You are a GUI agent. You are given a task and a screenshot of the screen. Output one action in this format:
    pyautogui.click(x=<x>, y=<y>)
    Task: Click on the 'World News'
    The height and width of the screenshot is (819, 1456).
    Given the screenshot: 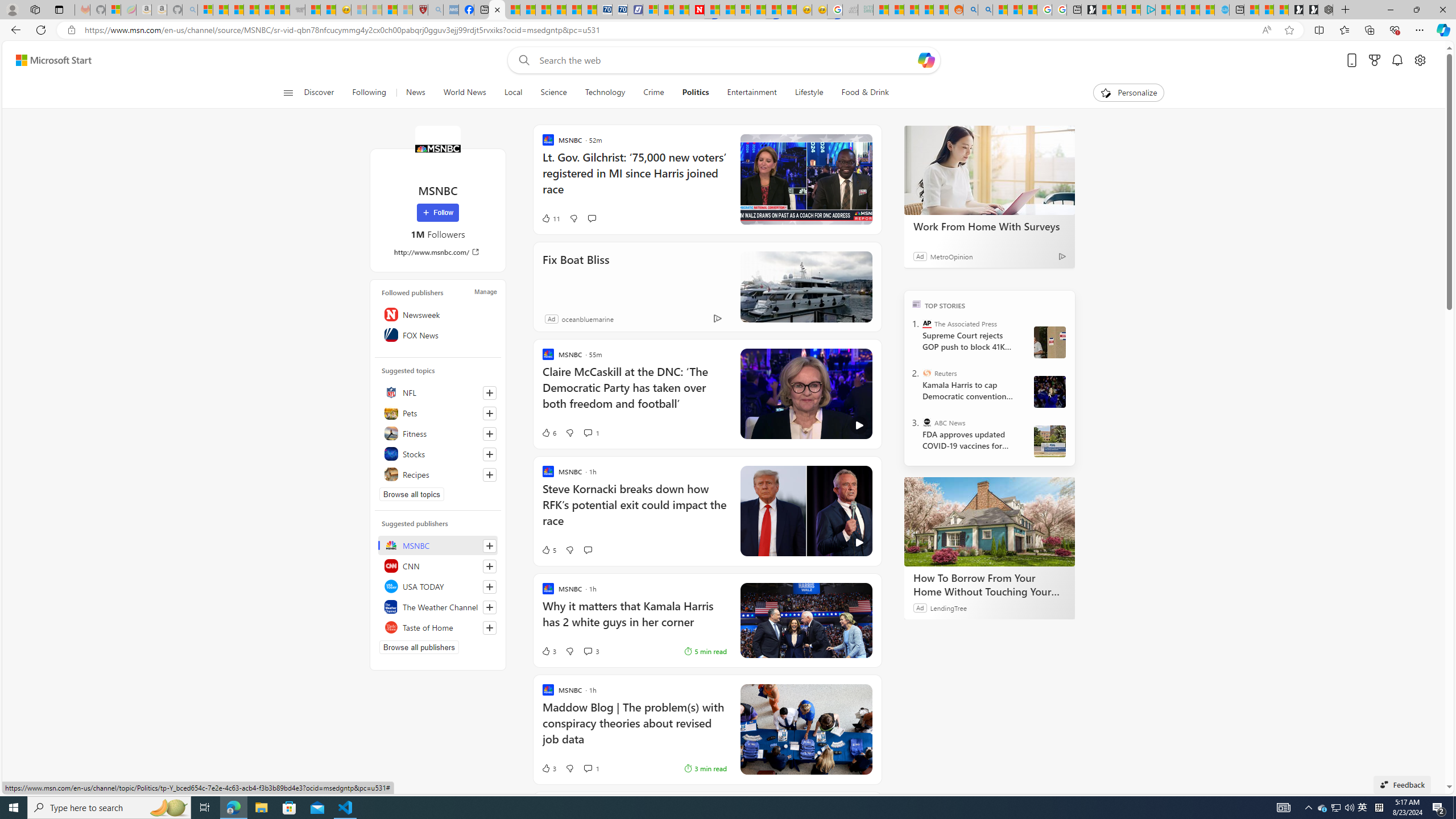 What is the action you would take?
    pyautogui.click(x=464, y=92)
    